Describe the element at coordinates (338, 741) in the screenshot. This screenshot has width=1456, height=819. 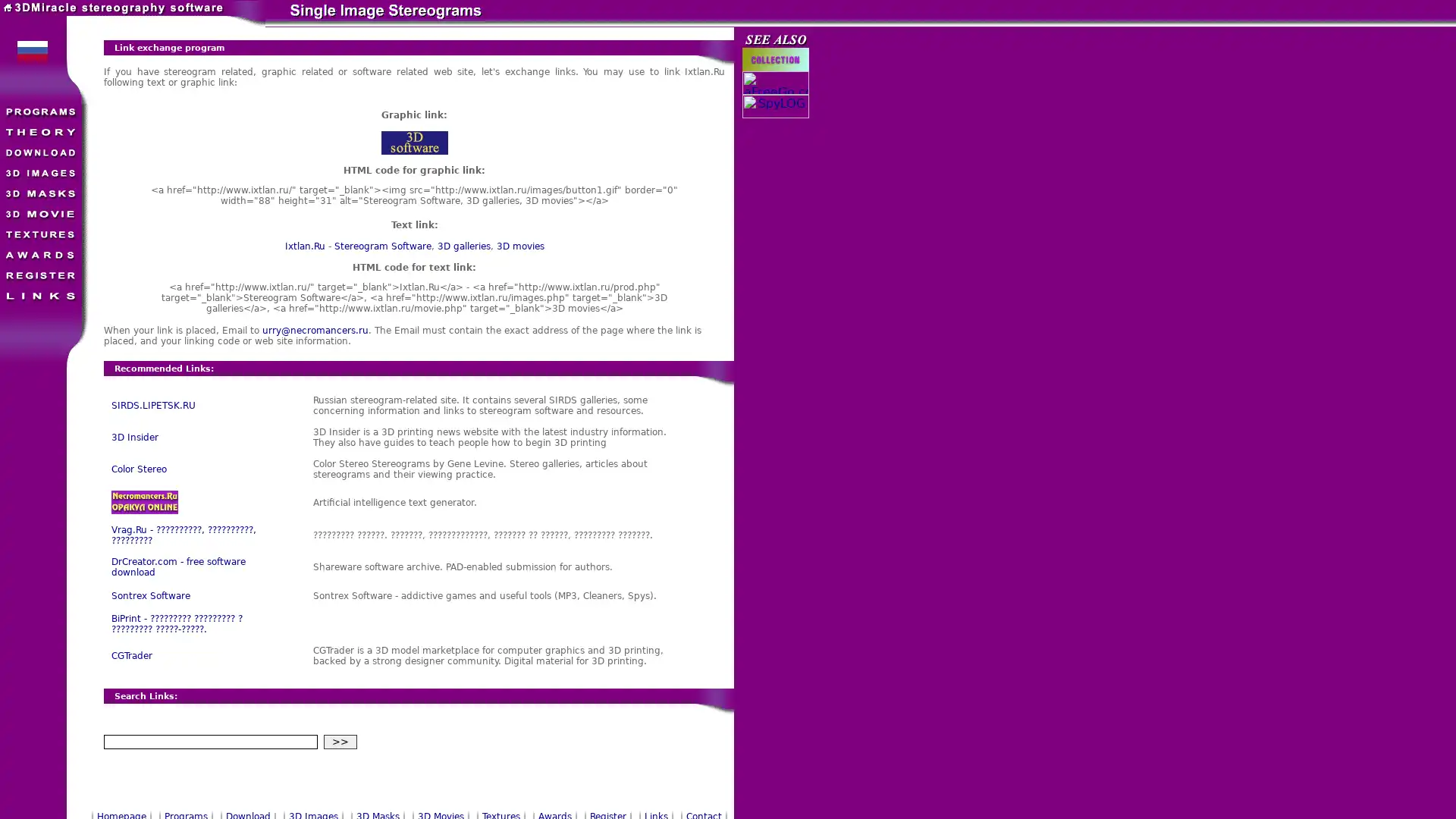
I see `>>` at that location.